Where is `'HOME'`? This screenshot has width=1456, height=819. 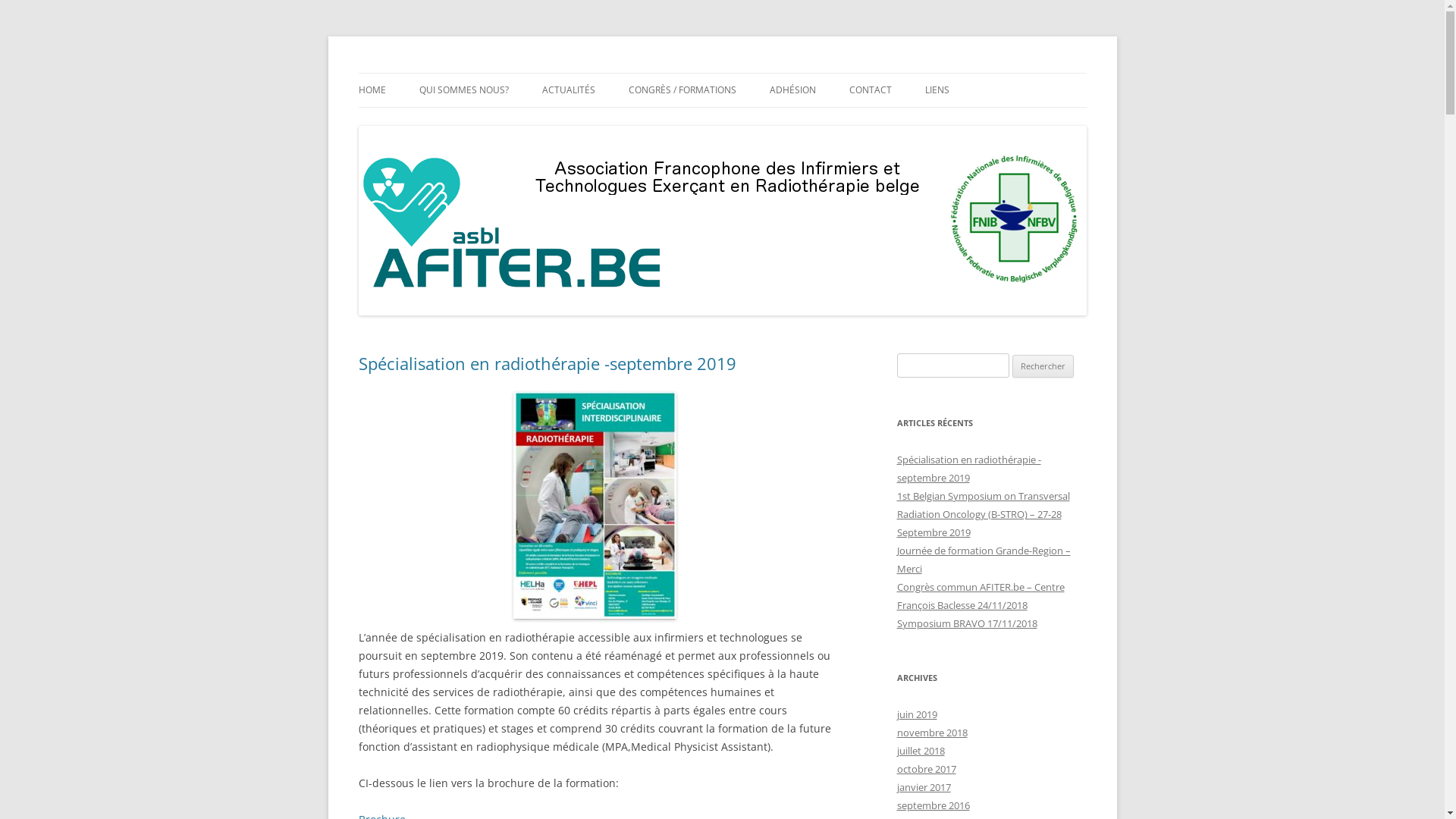 'HOME' is located at coordinates (356, 90).